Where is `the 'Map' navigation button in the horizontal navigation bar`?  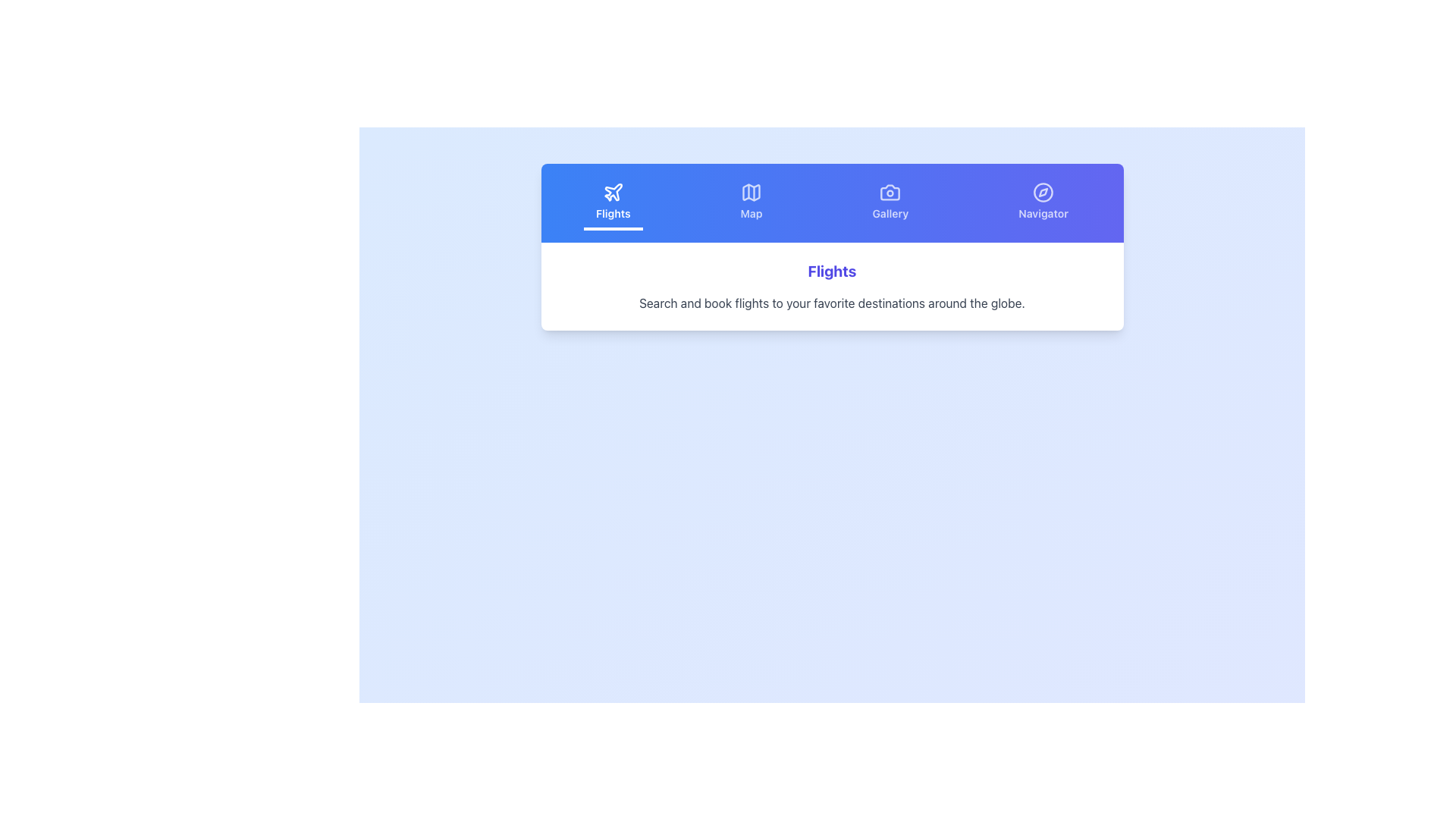 the 'Map' navigation button in the horizontal navigation bar is located at coordinates (752, 202).